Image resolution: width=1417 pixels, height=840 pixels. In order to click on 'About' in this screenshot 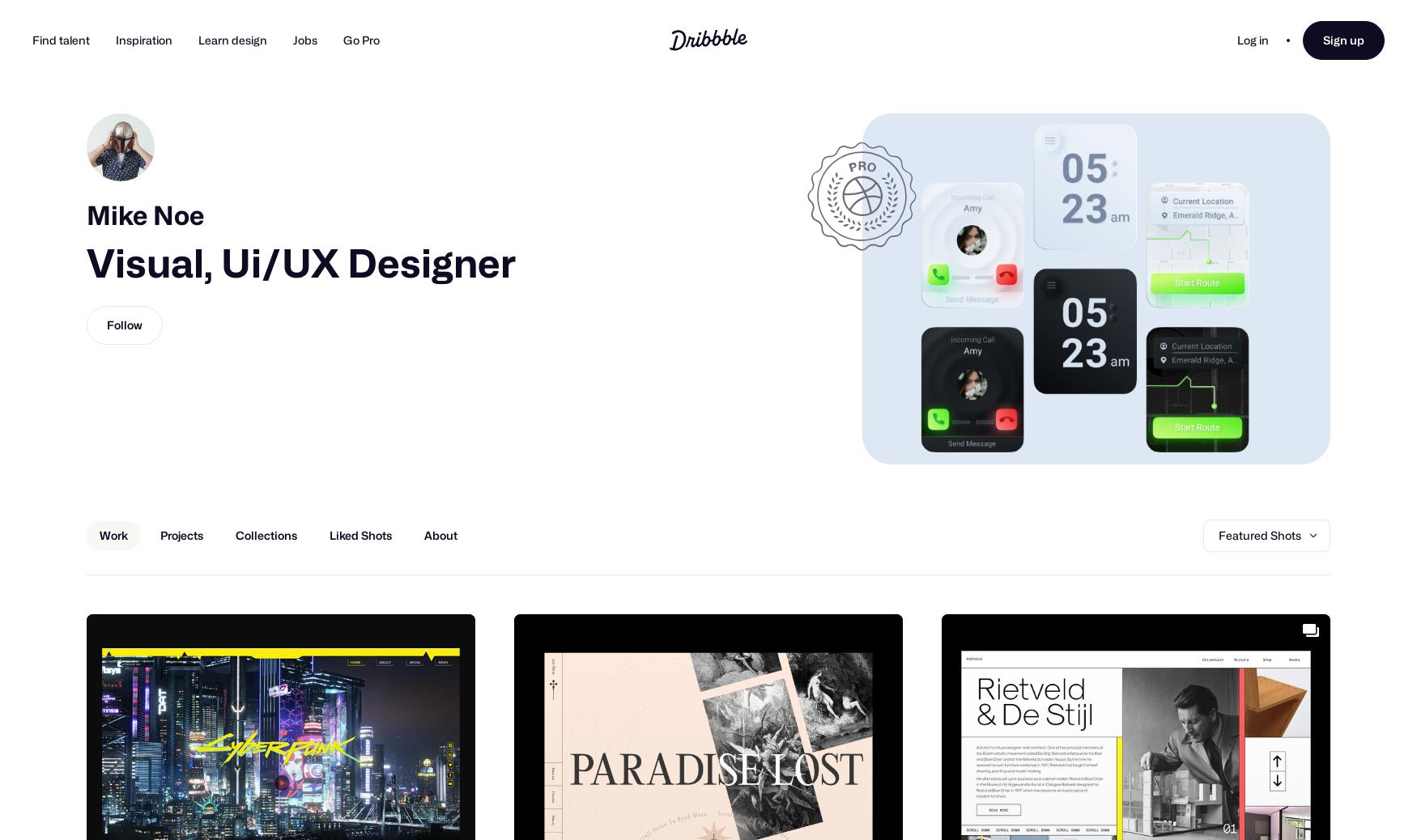, I will do `click(423, 534)`.